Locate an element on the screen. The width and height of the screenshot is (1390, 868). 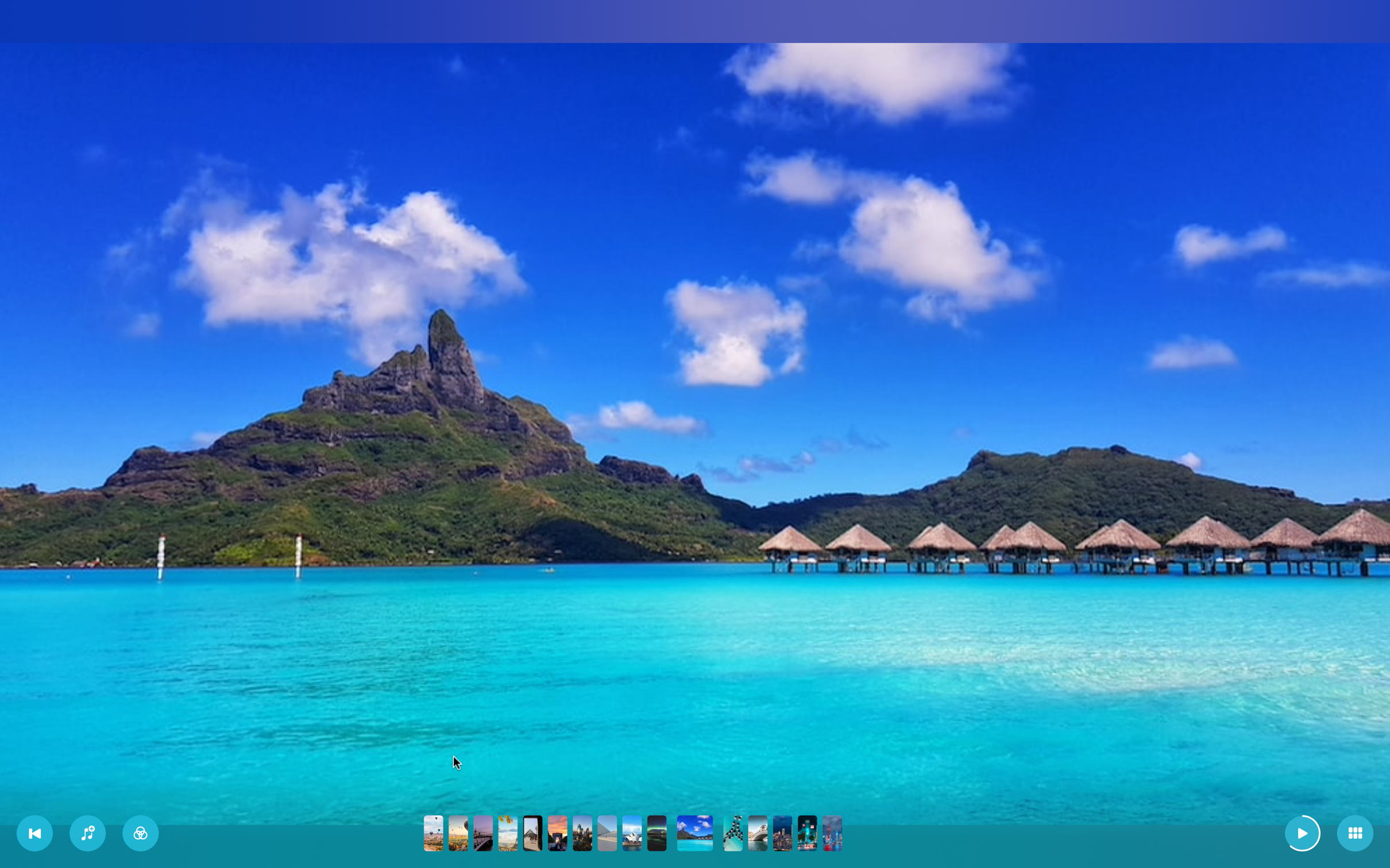
the second filter on the active slideshow is located at coordinates (141, 832).